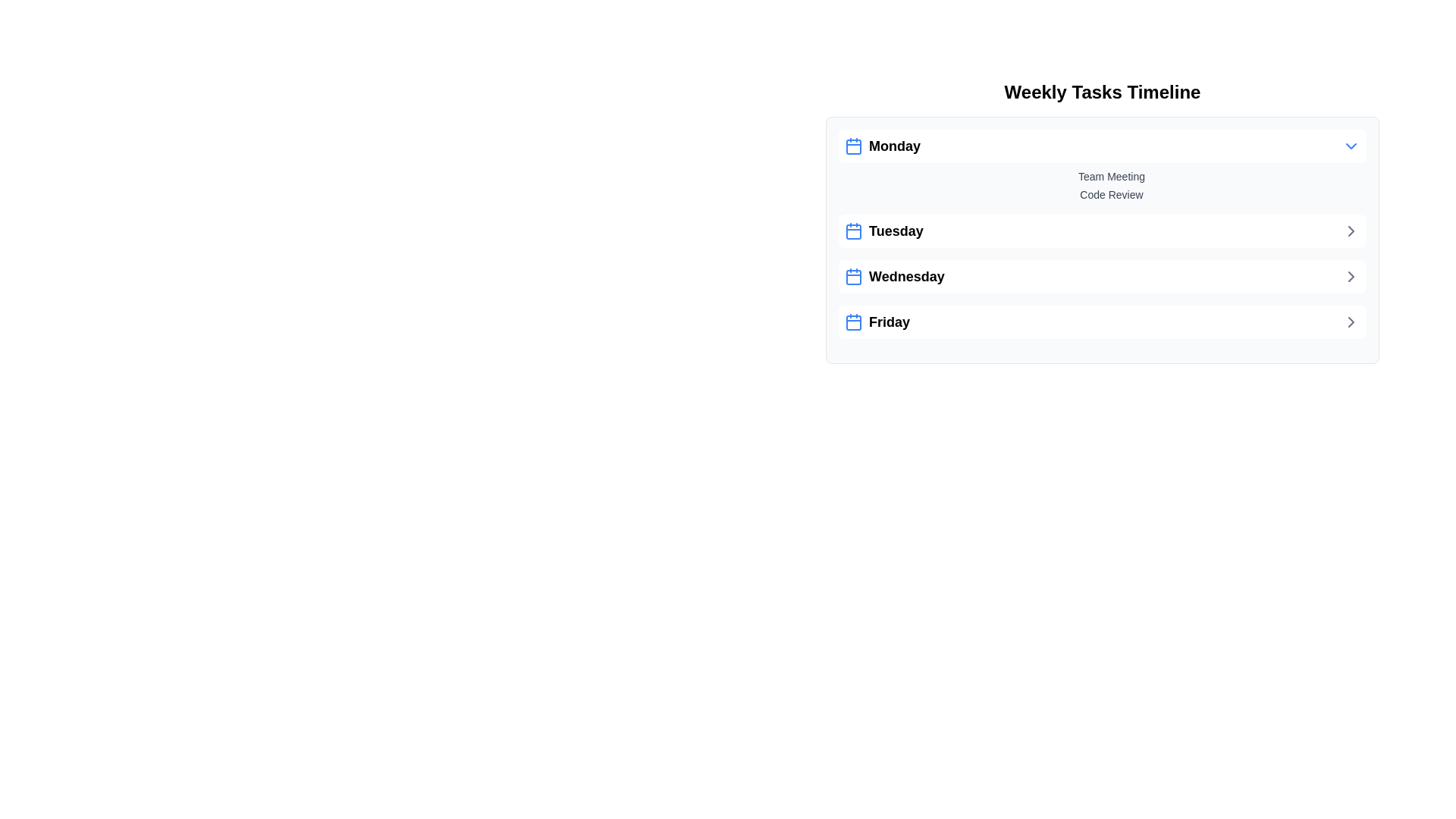 This screenshot has height=819, width=1456. What do you see at coordinates (1351, 321) in the screenshot?
I see `the right-chevron icon located at the end of the 'Friday' row in the 'Weekly Tasks Timeline' section` at bounding box center [1351, 321].